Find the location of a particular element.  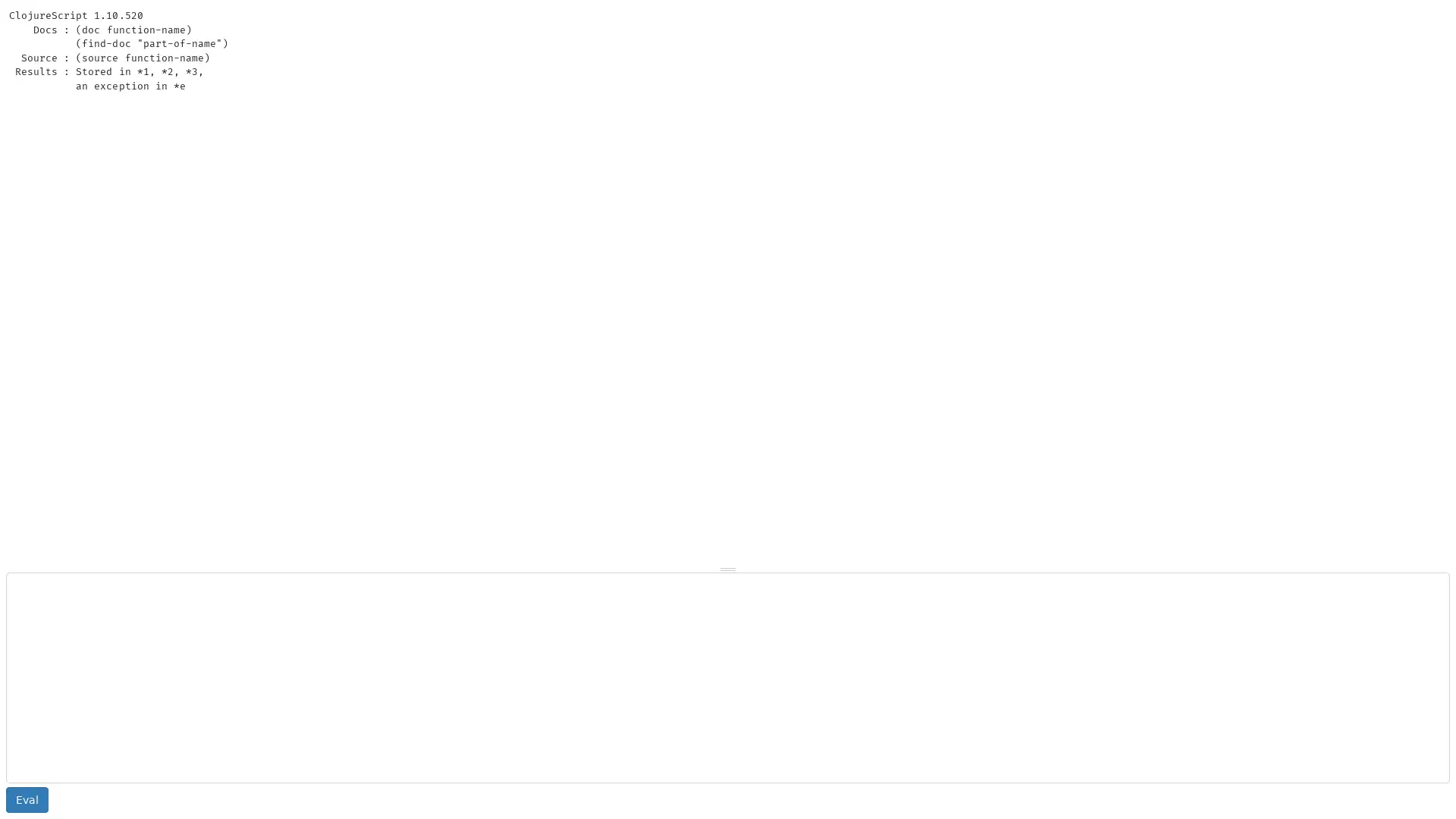

Eval is located at coordinates (27, 799).